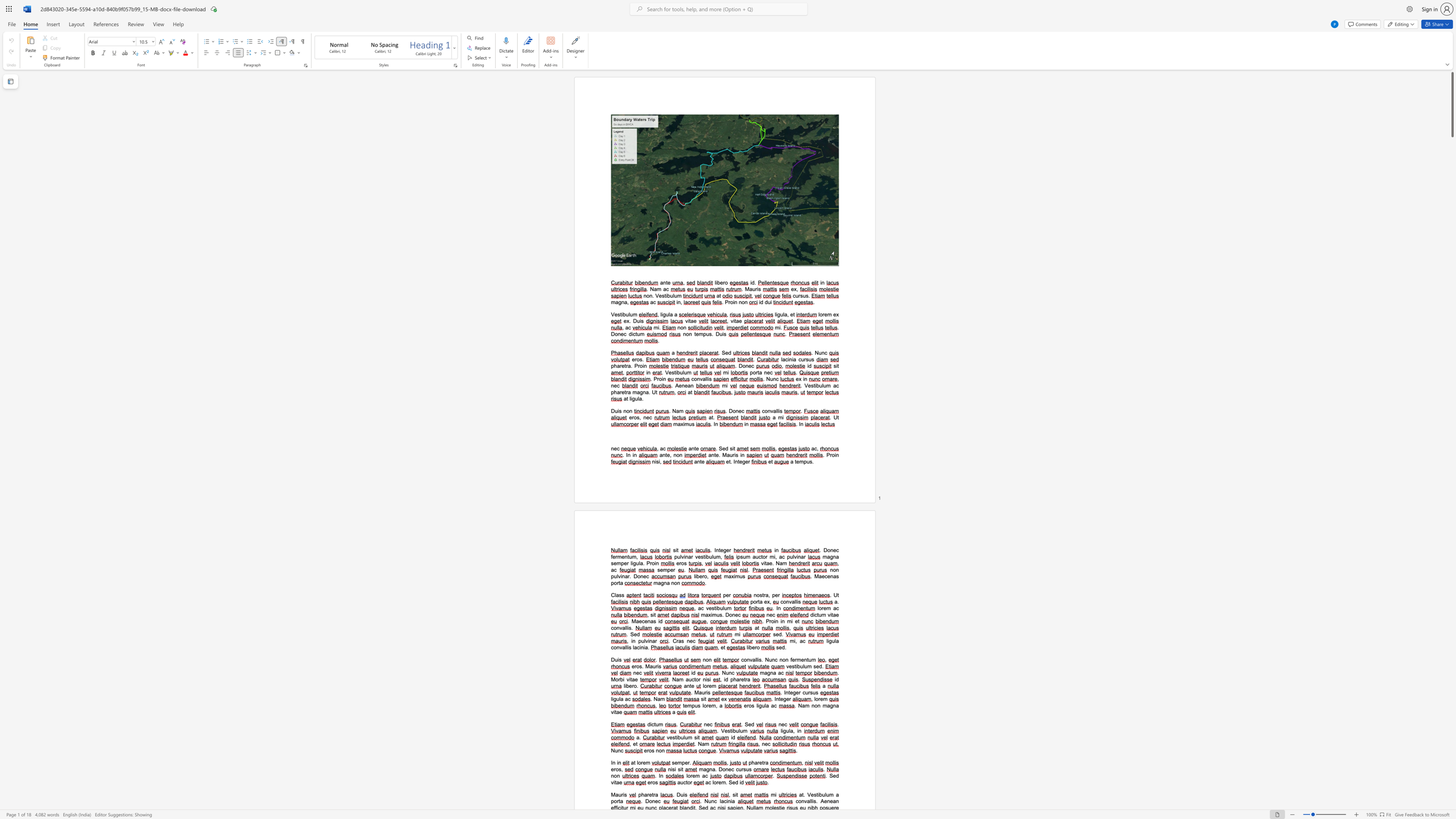 This screenshot has height=819, width=1456. I want to click on the space between the continuous character "s" and "t" in the text, so click(619, 314).